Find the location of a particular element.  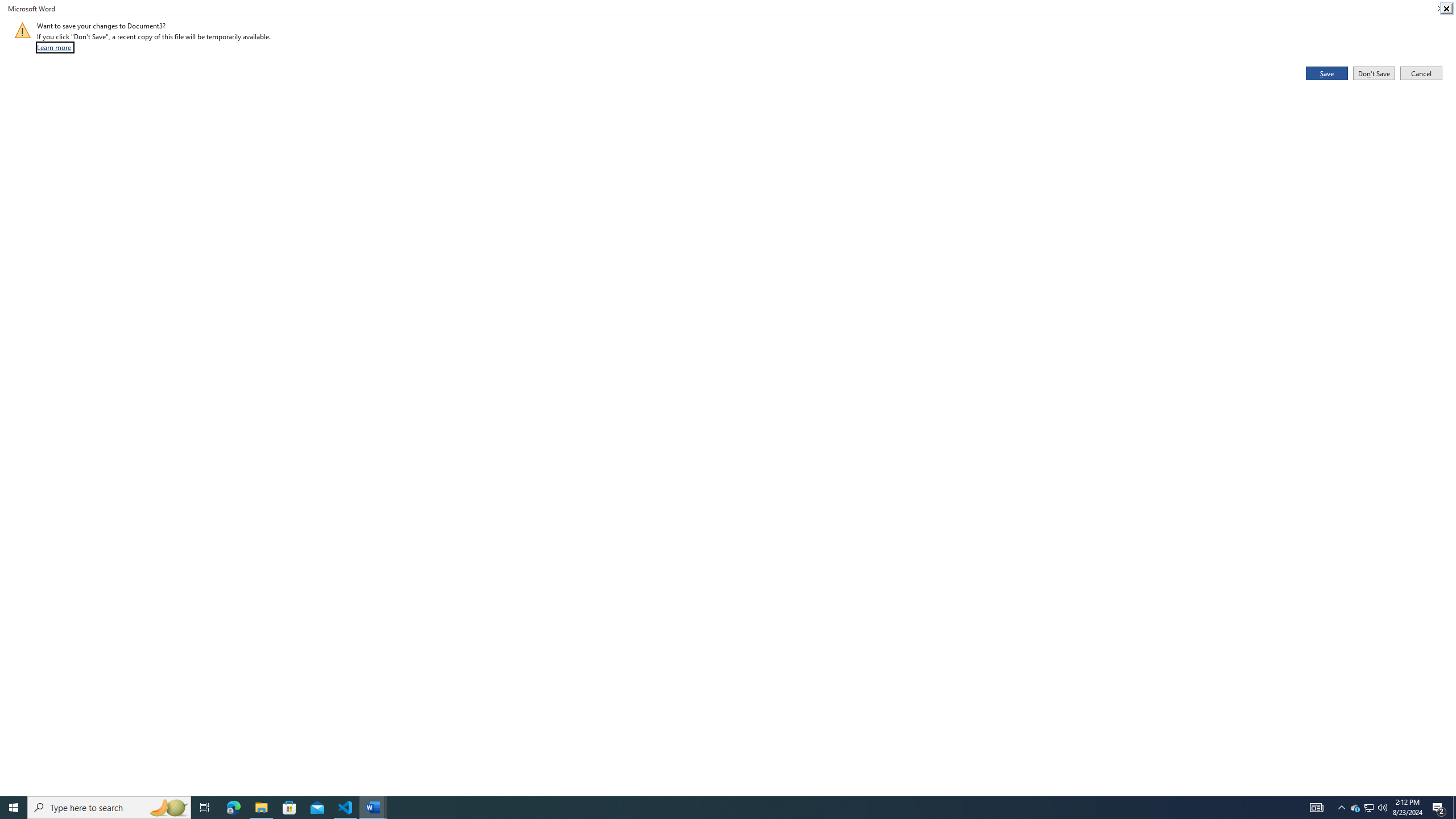

'Don' is located at coordinates (1373, 72).